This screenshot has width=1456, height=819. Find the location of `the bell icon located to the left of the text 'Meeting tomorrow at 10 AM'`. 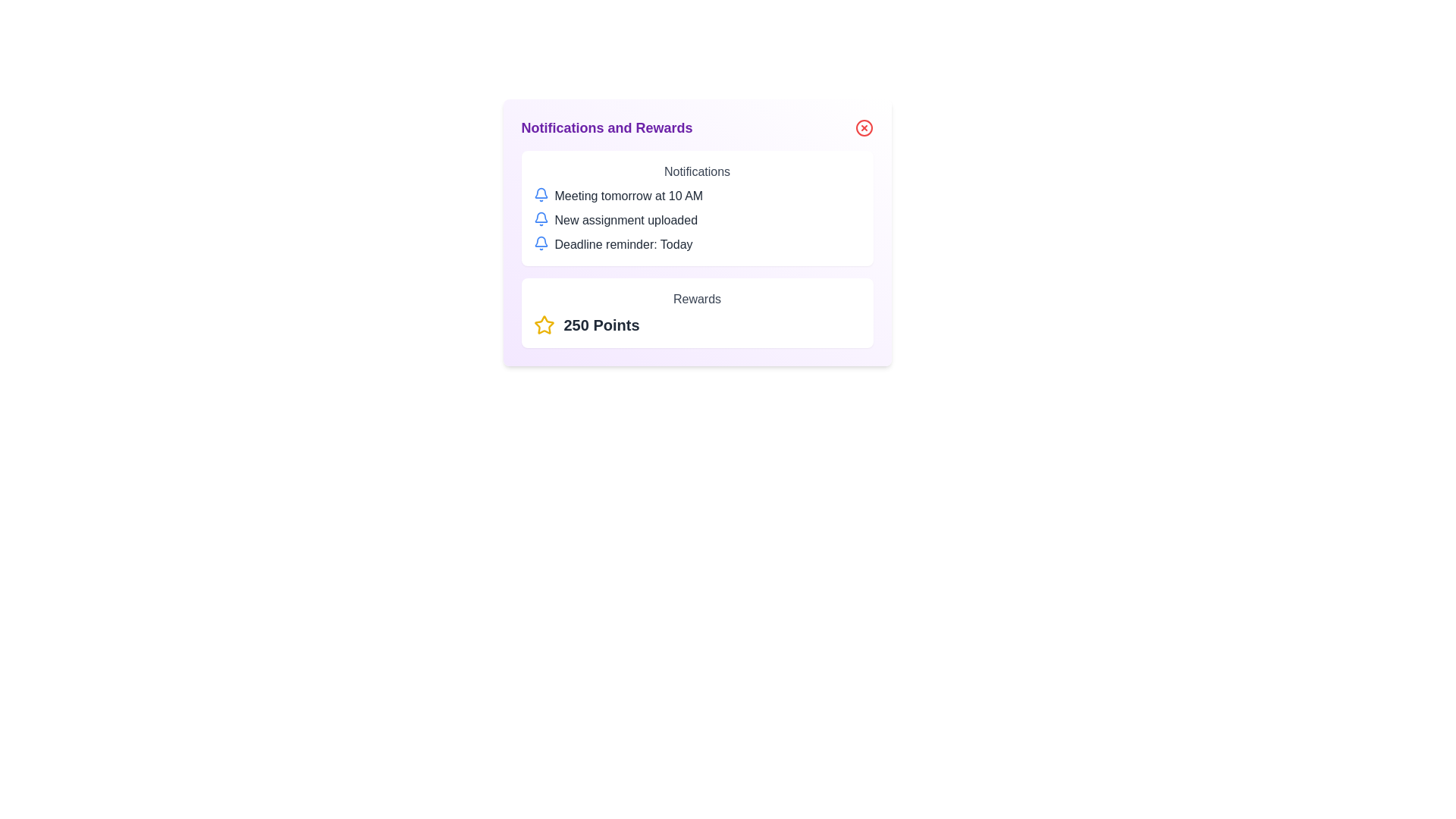

the bell icon located to the left of the text 'Meeting tomorrow at 10 AM' is located at coordinates (541, 194).